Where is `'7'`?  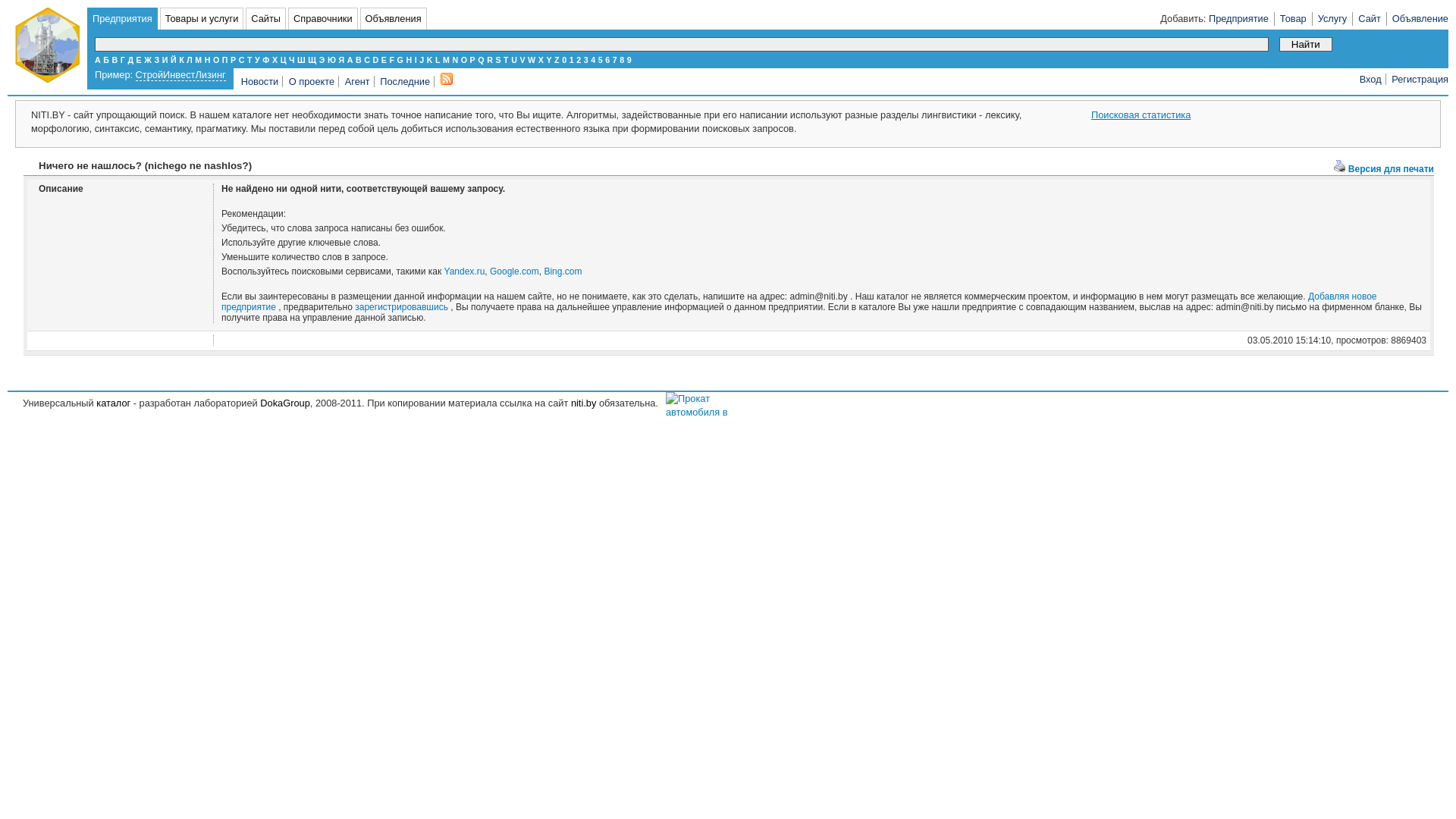 '7' is located at coordinates (615, 58).